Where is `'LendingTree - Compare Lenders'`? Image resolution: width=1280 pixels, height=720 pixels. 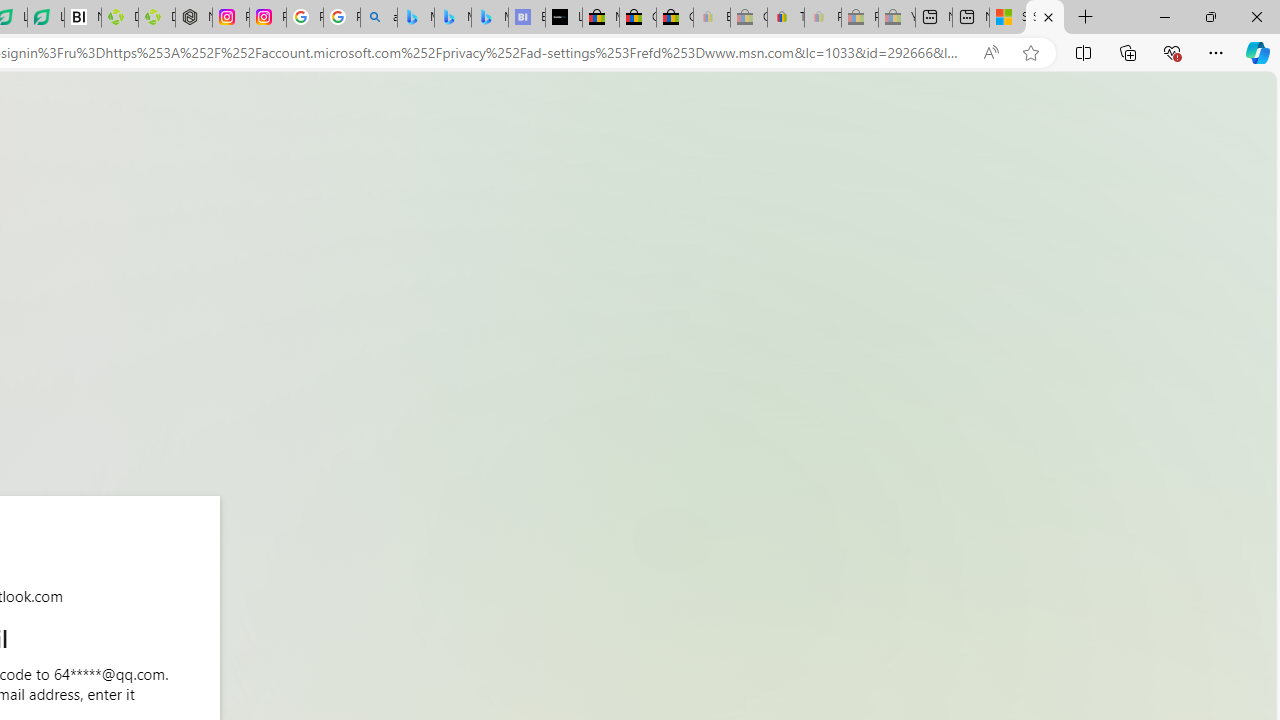
'LendingTree - Compare Lenders' is located at coordinates (46, 17).